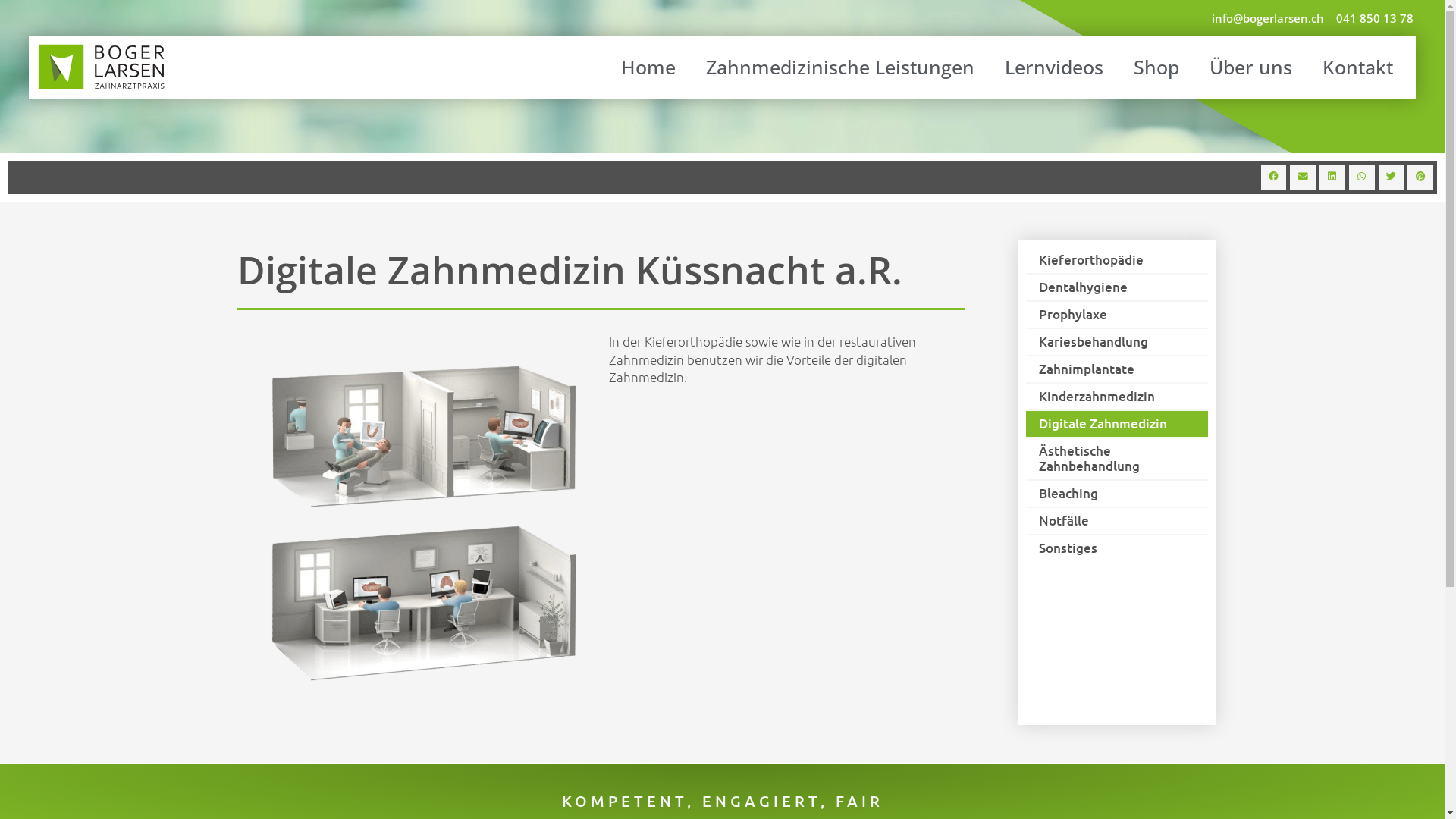 The width and height of the screenshot is (1456, 819). Describe the element at coordinates (839, 66) in the screenshot. I see `'Zahnmedizinische Leistungen'` at that location.